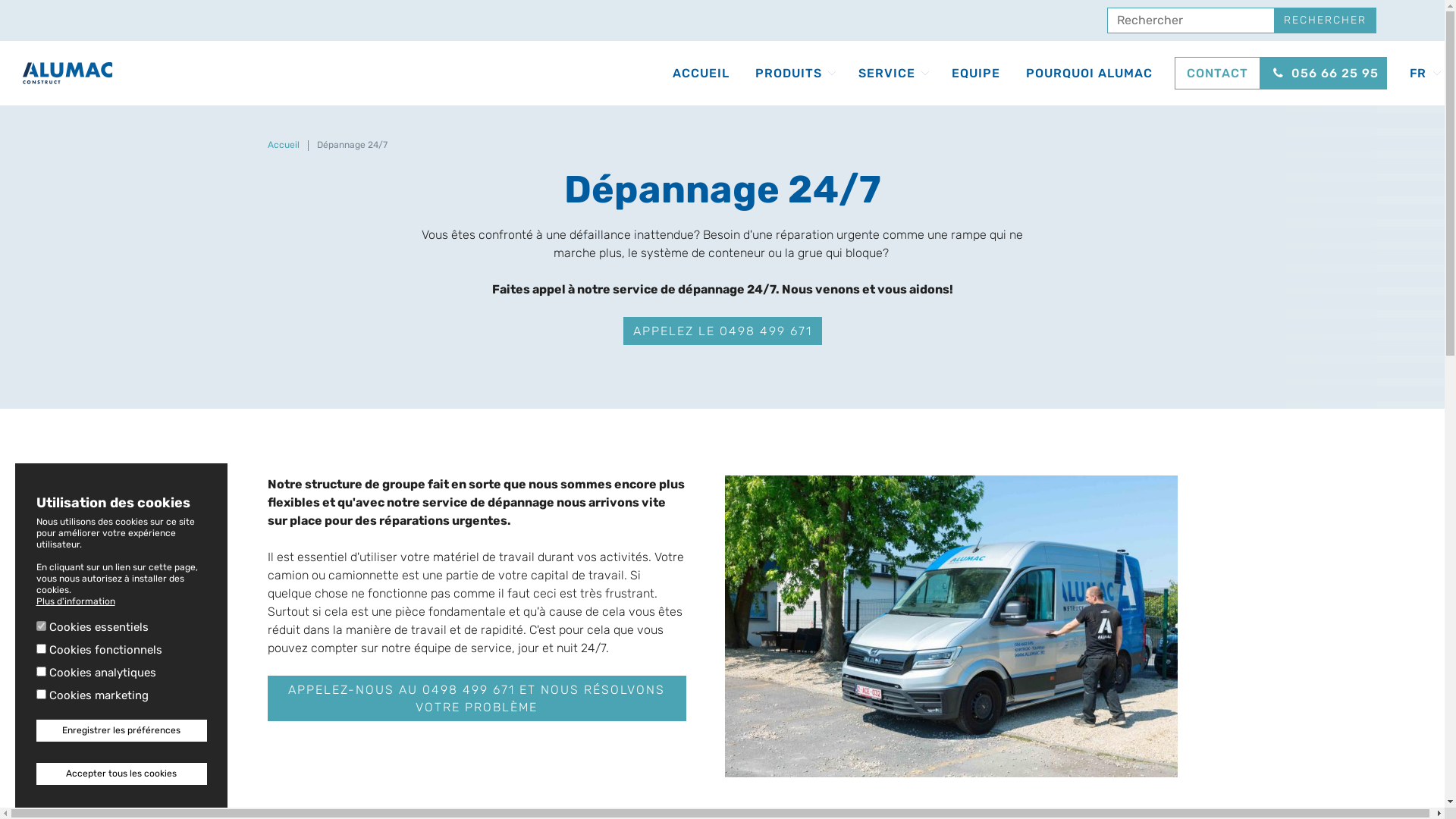 The width and height of the screenshot is (1456, 819). Describe the element at coordinates (283, 145) in the screenshot. I see `'Accueil'` at that location.